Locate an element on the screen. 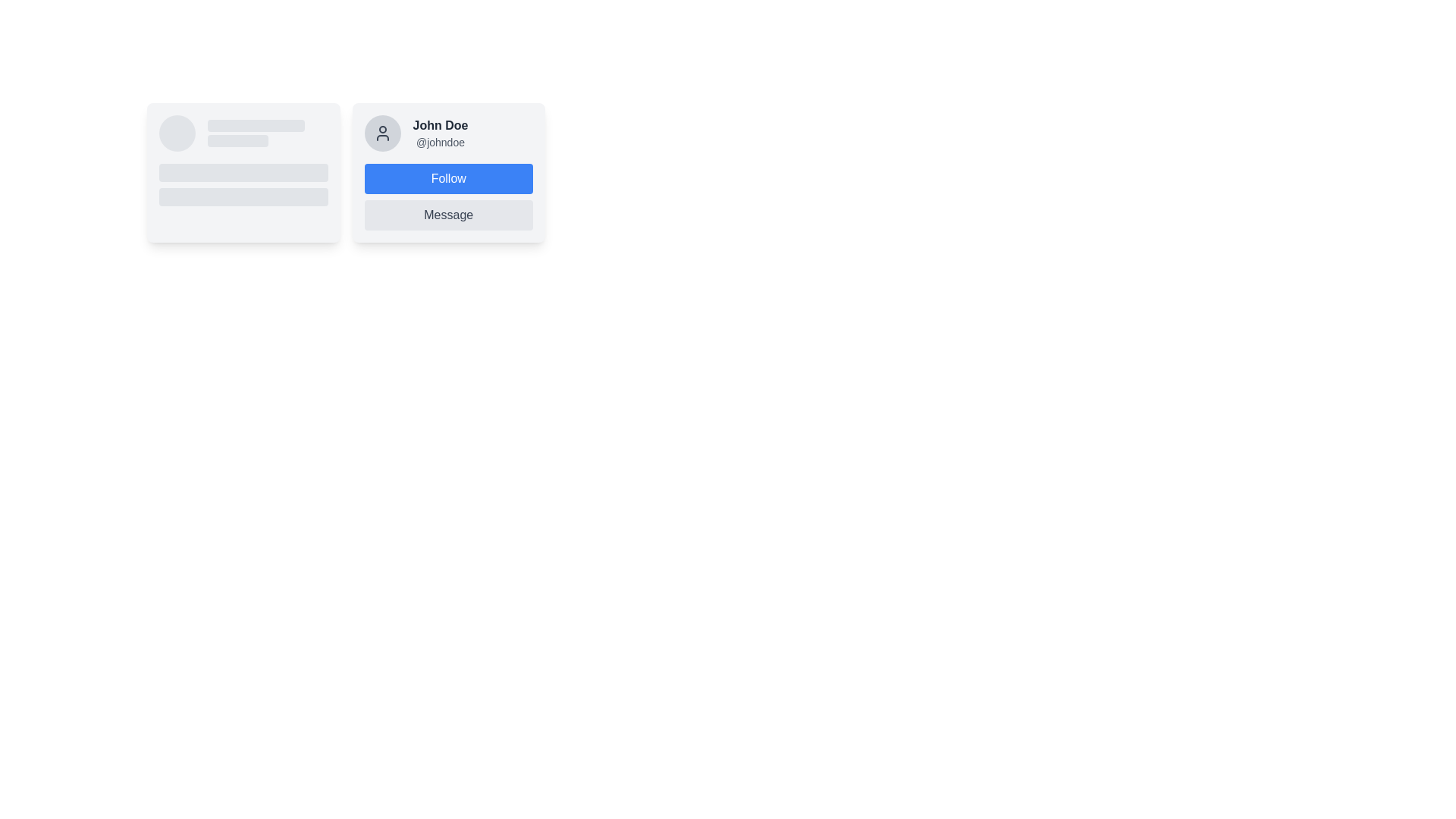  the Text Display element that shows 'John Doe' and '@johndoe' is located at coordinates (439, 133).